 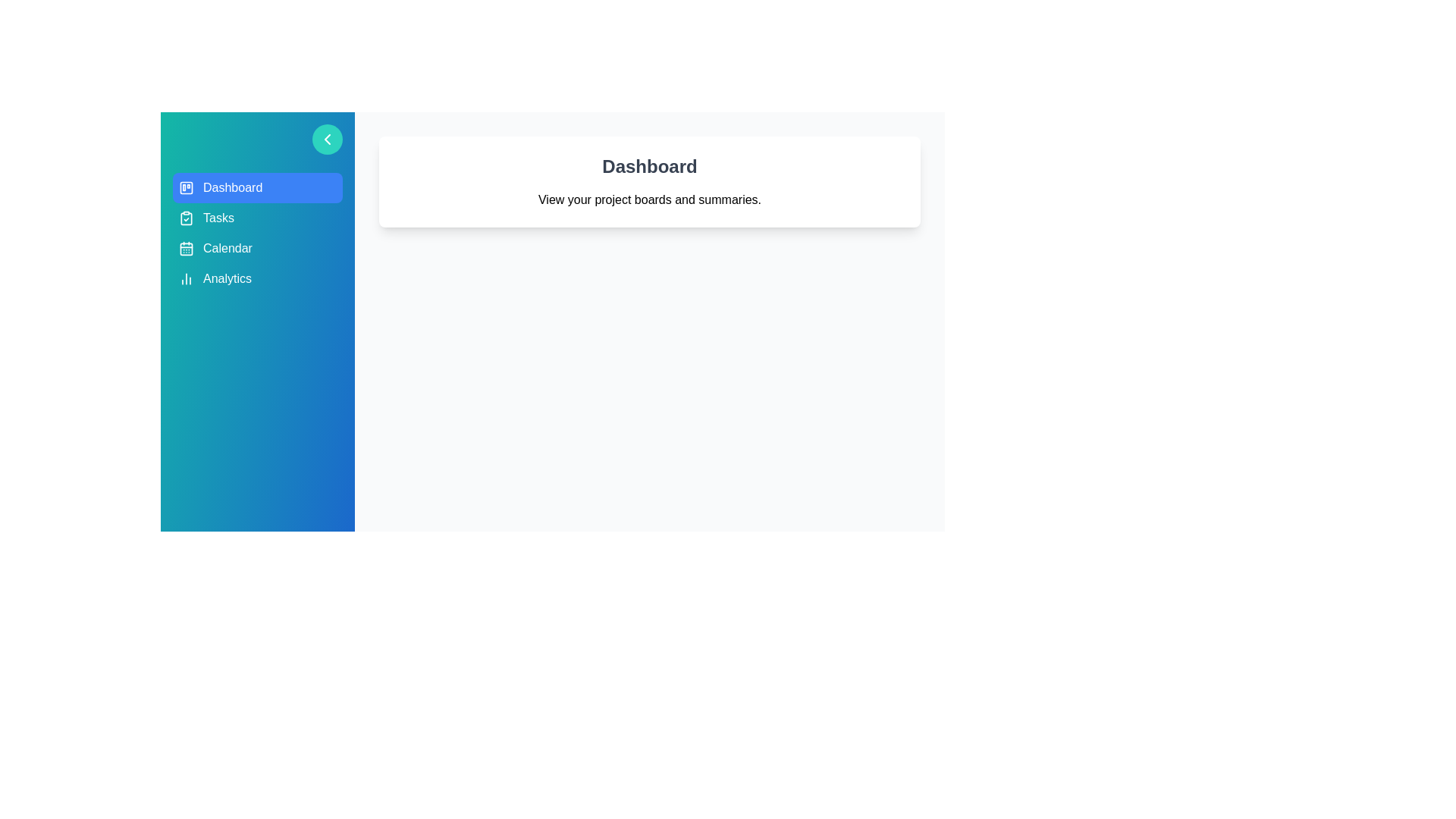 What do you see at coordinates (258, 218) in the screenshot?
I see `the 'Tasks' button located in the sidebar` at bounding box center [258, 218].